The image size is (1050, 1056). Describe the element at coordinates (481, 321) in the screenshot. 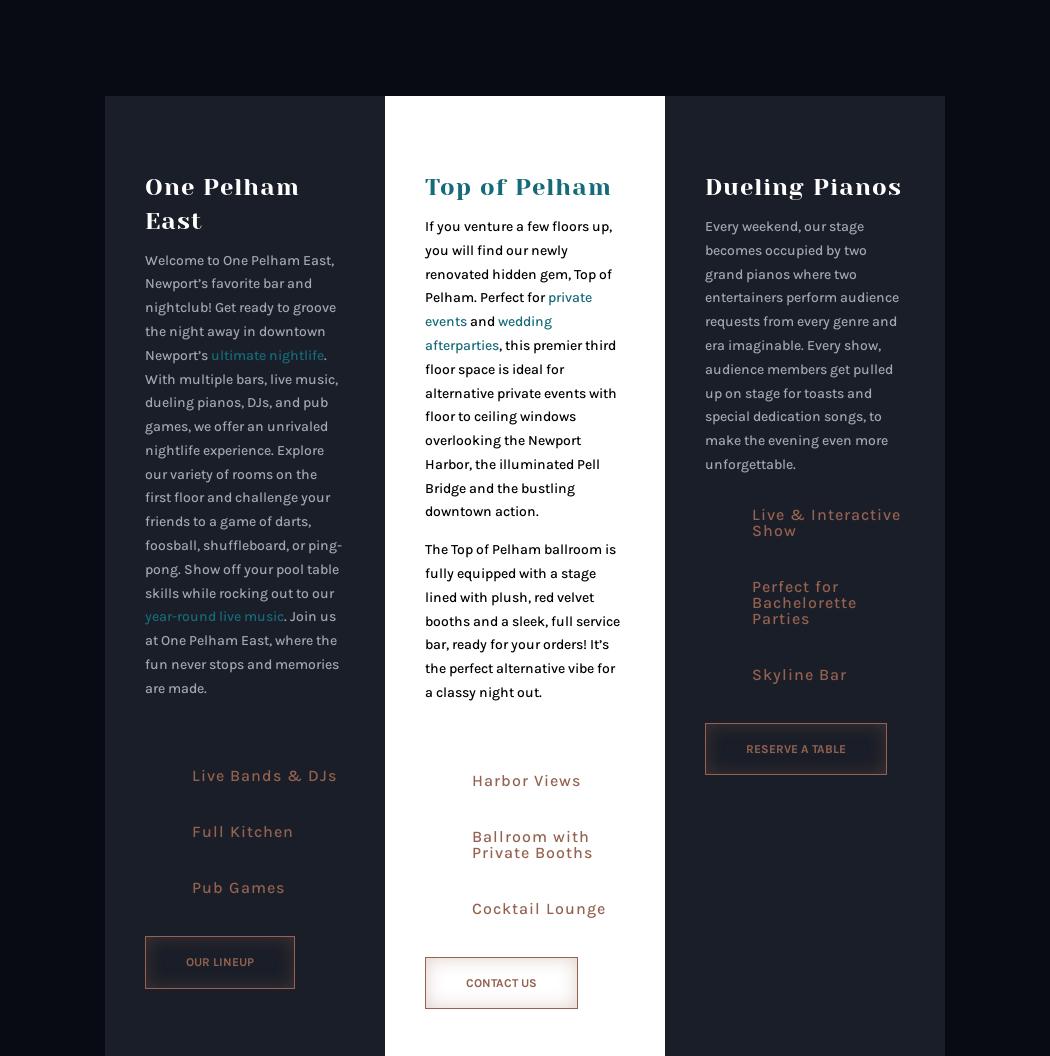

I see `'and'` at that location.